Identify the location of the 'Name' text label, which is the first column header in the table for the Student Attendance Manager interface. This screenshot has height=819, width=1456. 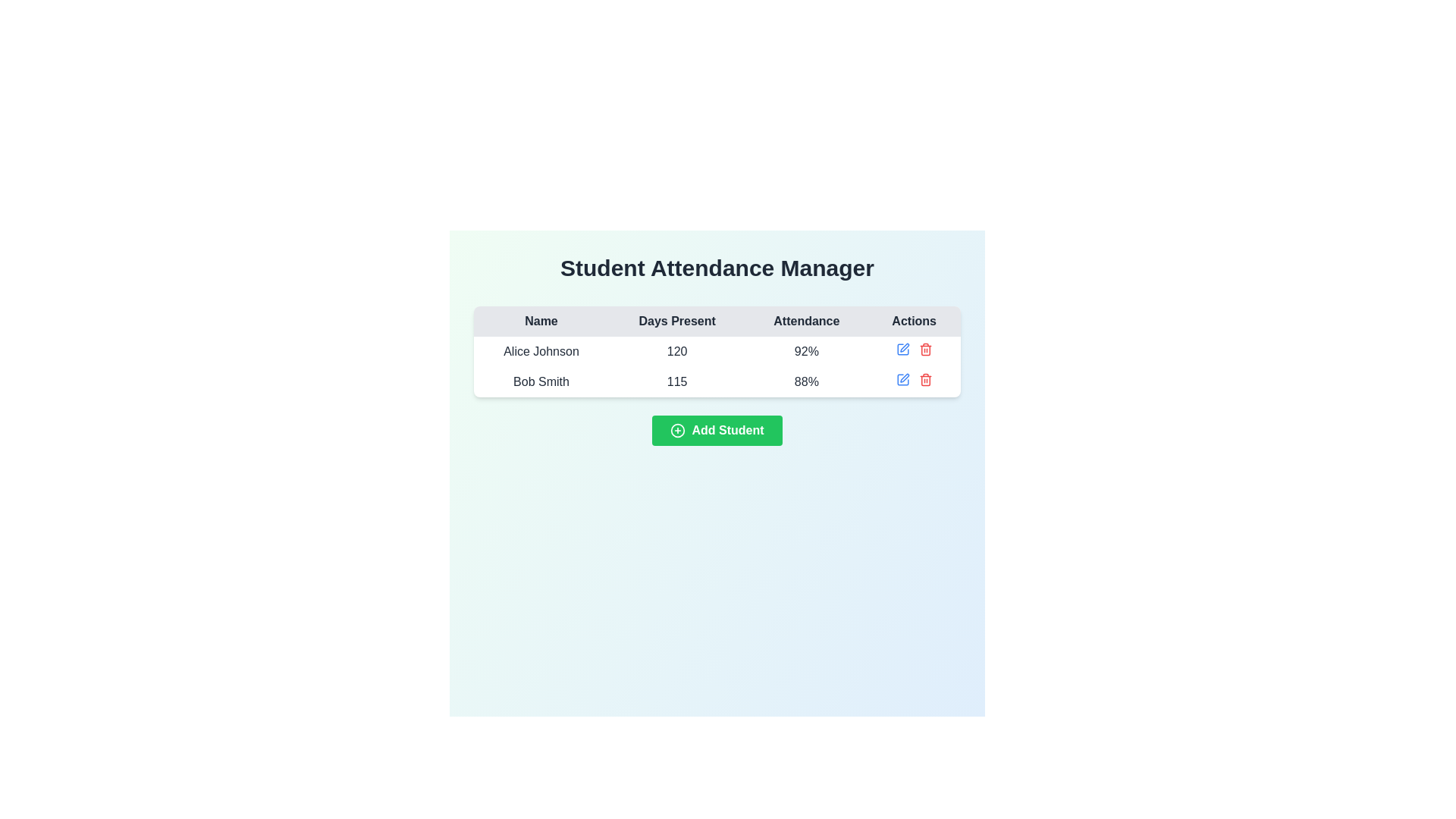
(541, 321).